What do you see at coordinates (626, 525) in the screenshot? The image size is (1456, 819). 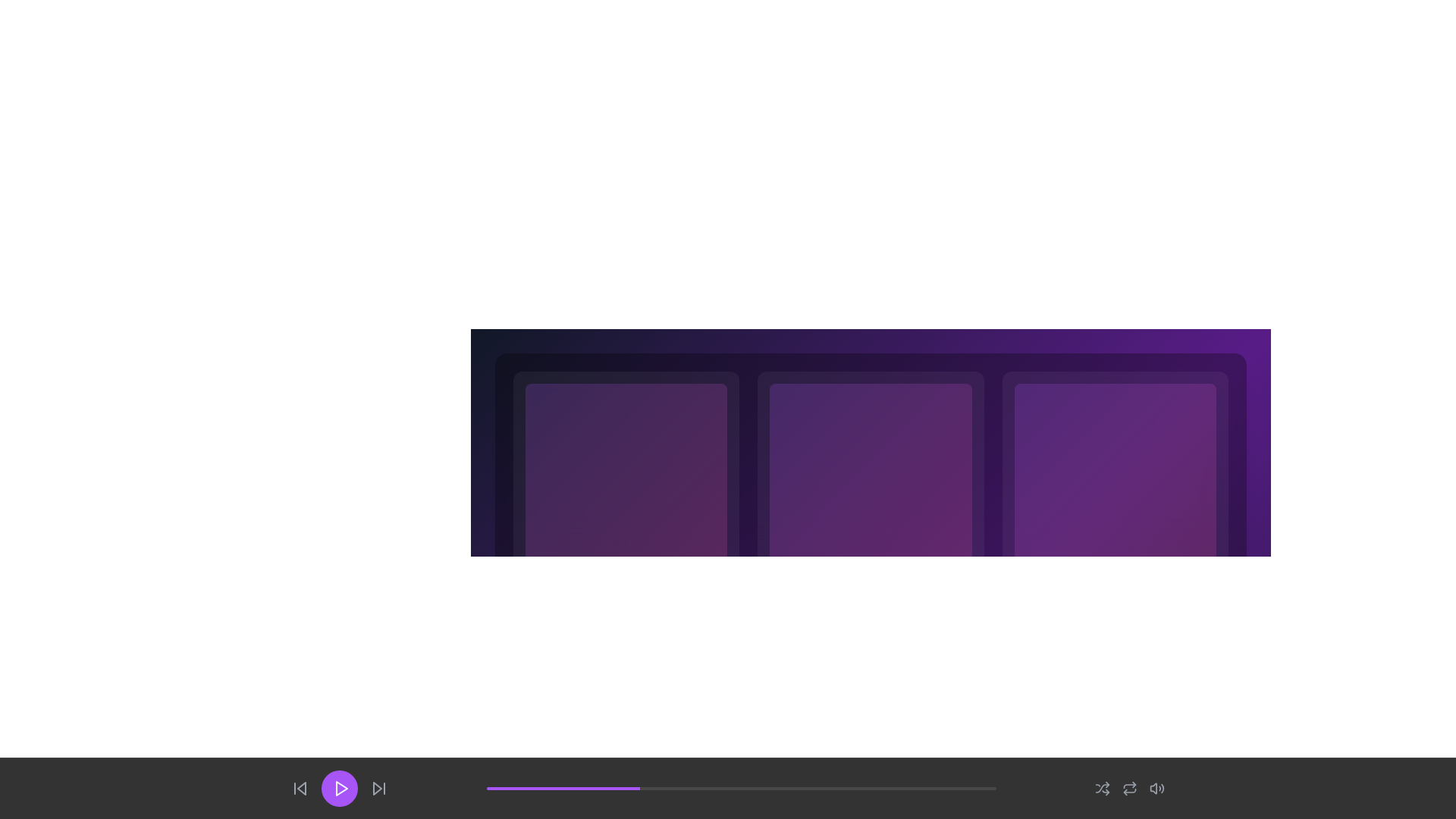 I see `the 'Neon Lights' multimedia card, which is the first card in a three-column grid layout` at bounding box center [626, 525].